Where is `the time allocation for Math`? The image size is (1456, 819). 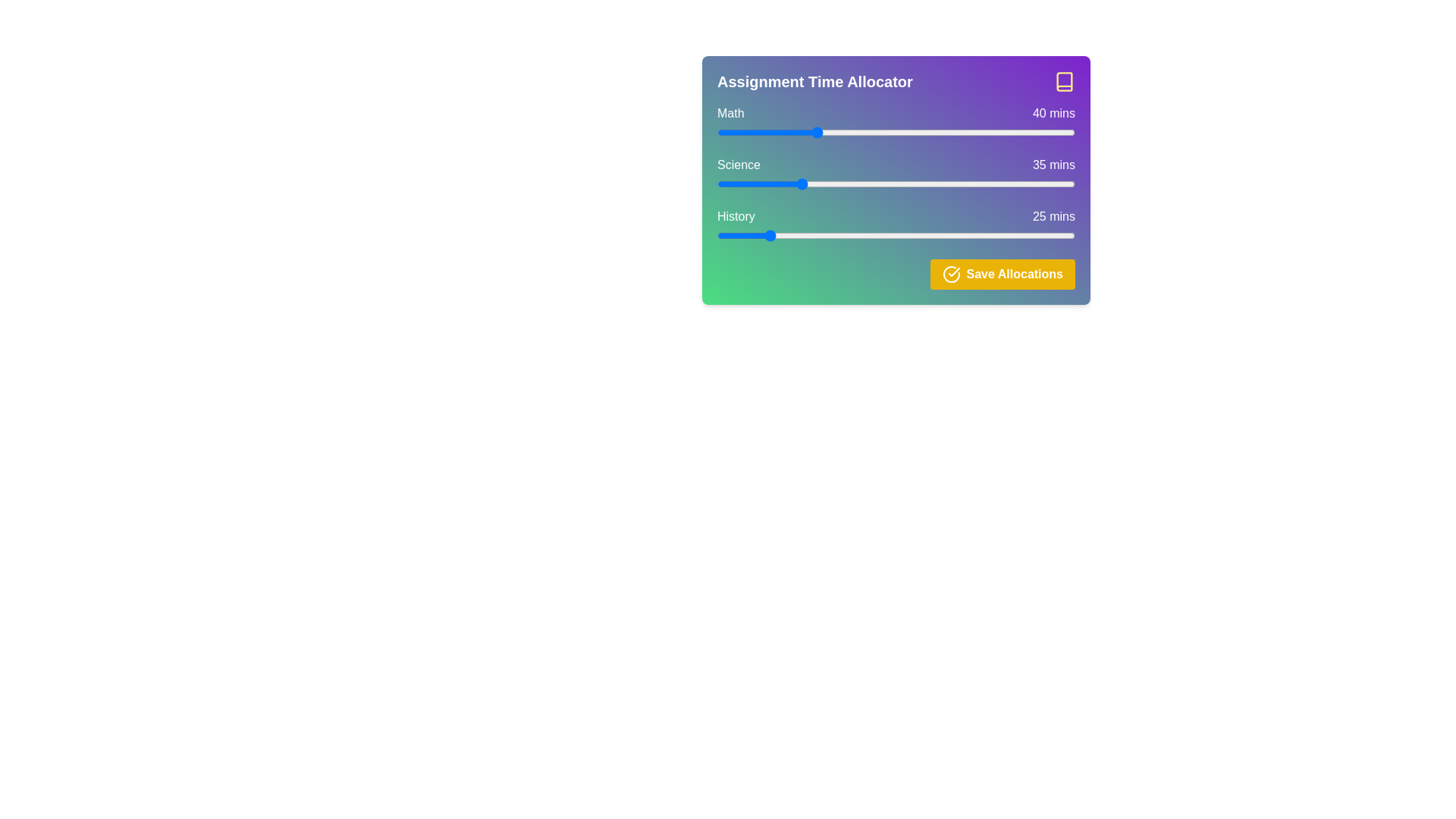
the time allocation for Math is located at coordinates (890, 131).